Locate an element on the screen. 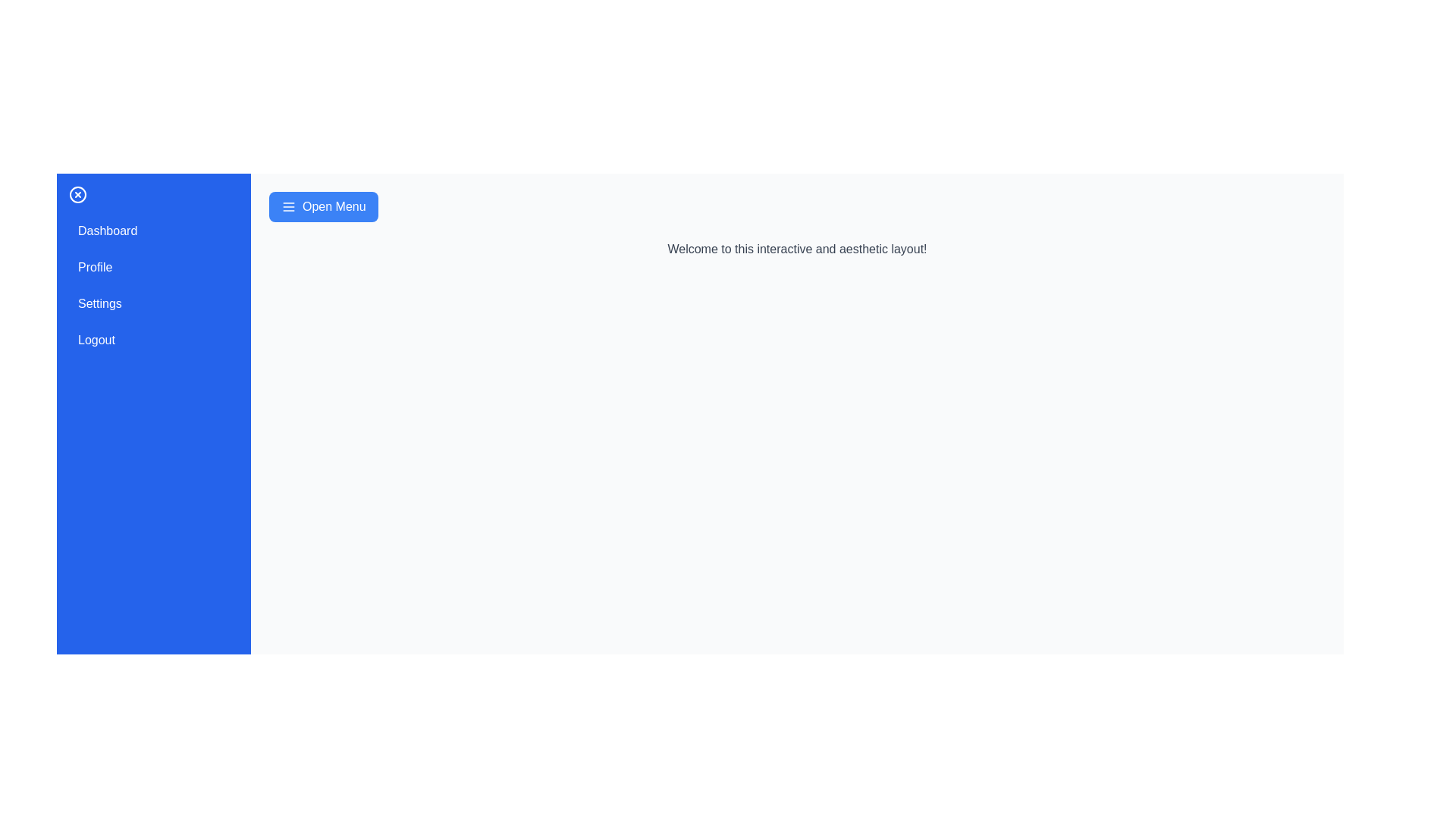 The width and height of the screenshot is (1456, 819). the menu item Logout in the sidebar is located at coordinates (153, 339).